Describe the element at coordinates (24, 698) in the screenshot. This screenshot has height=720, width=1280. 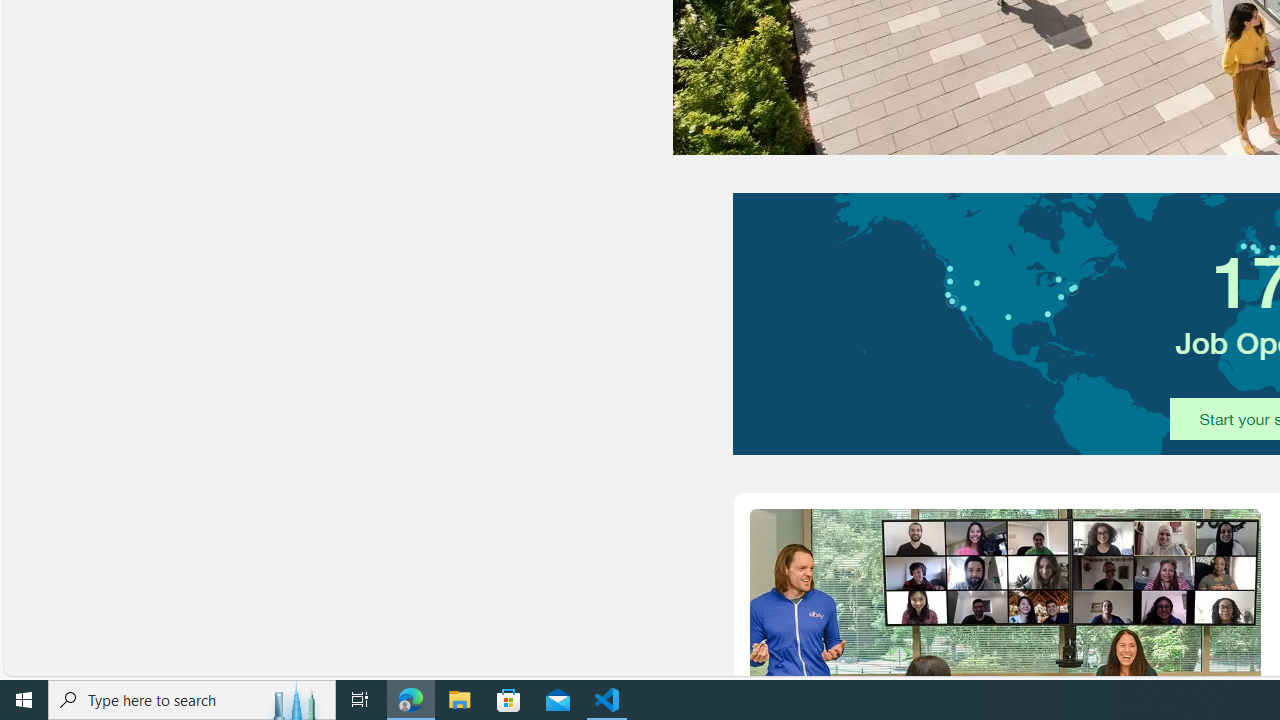
I see `'Start'` at that location.